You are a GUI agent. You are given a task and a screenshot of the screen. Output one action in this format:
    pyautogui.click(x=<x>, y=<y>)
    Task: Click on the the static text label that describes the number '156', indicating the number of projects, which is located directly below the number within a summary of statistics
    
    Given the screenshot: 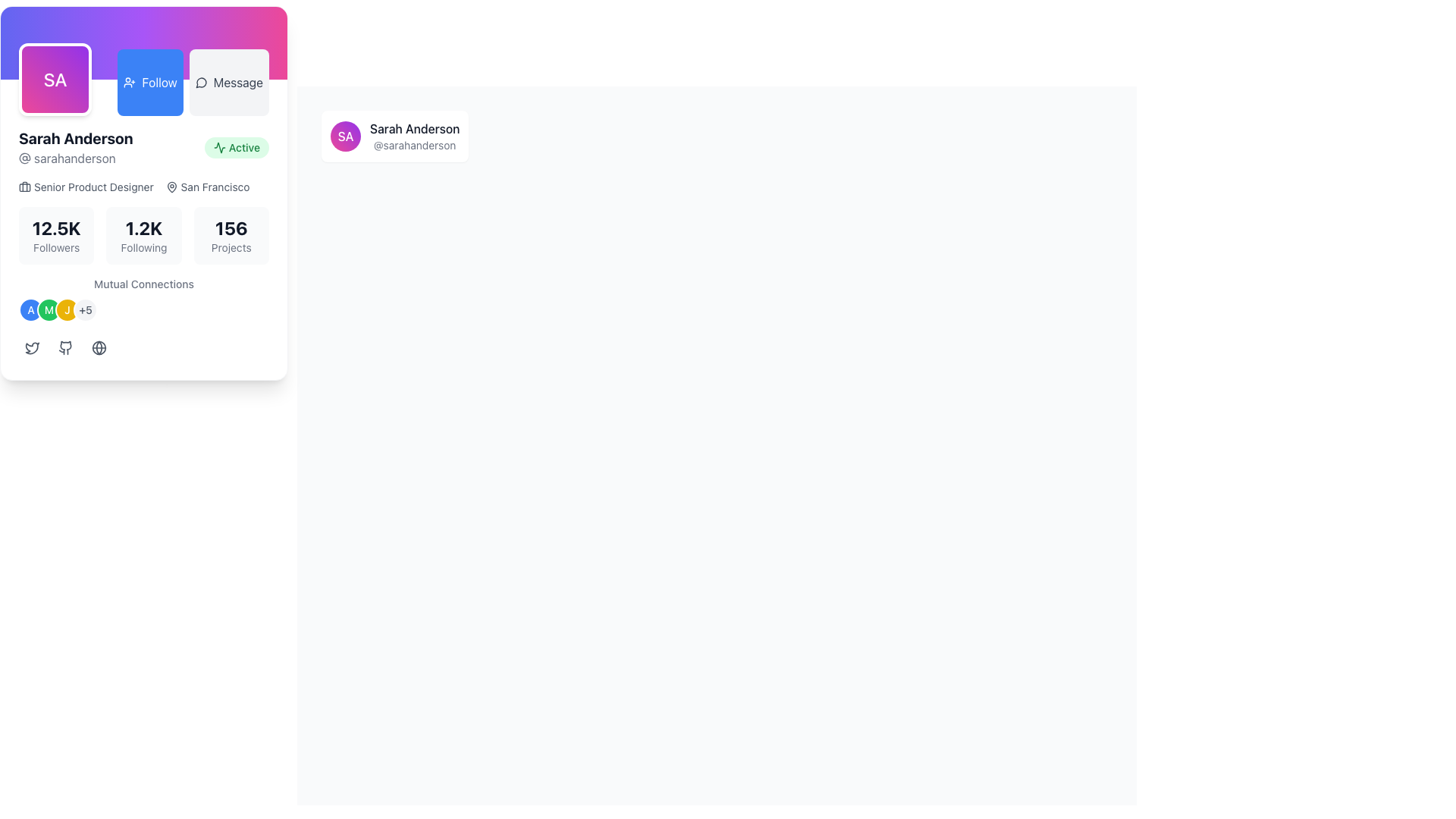 What is the action you would take?
    pyautogui.click(x=231, y=247)
    